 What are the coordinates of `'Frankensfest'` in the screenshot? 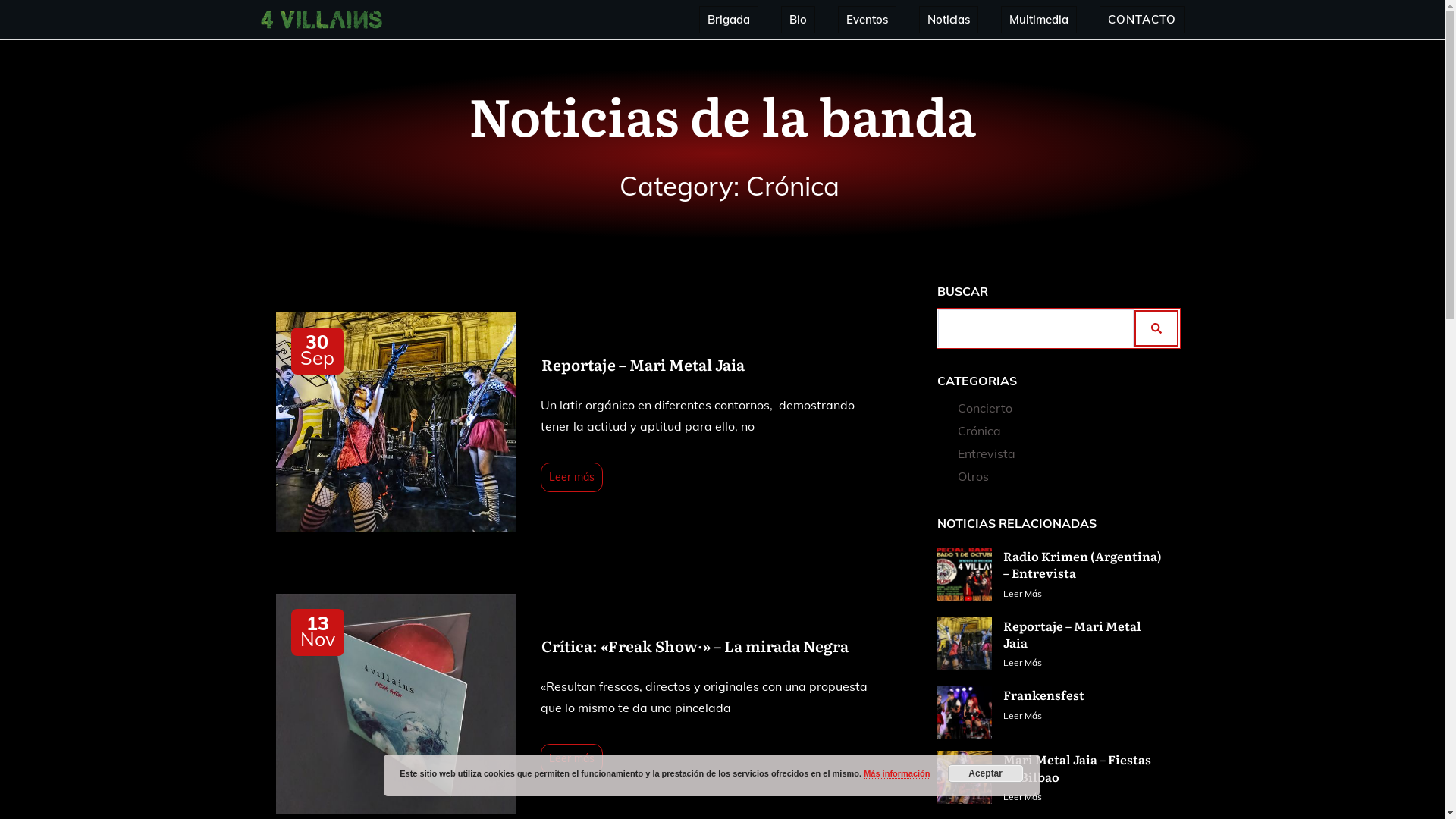 It's located at (1043, 694).